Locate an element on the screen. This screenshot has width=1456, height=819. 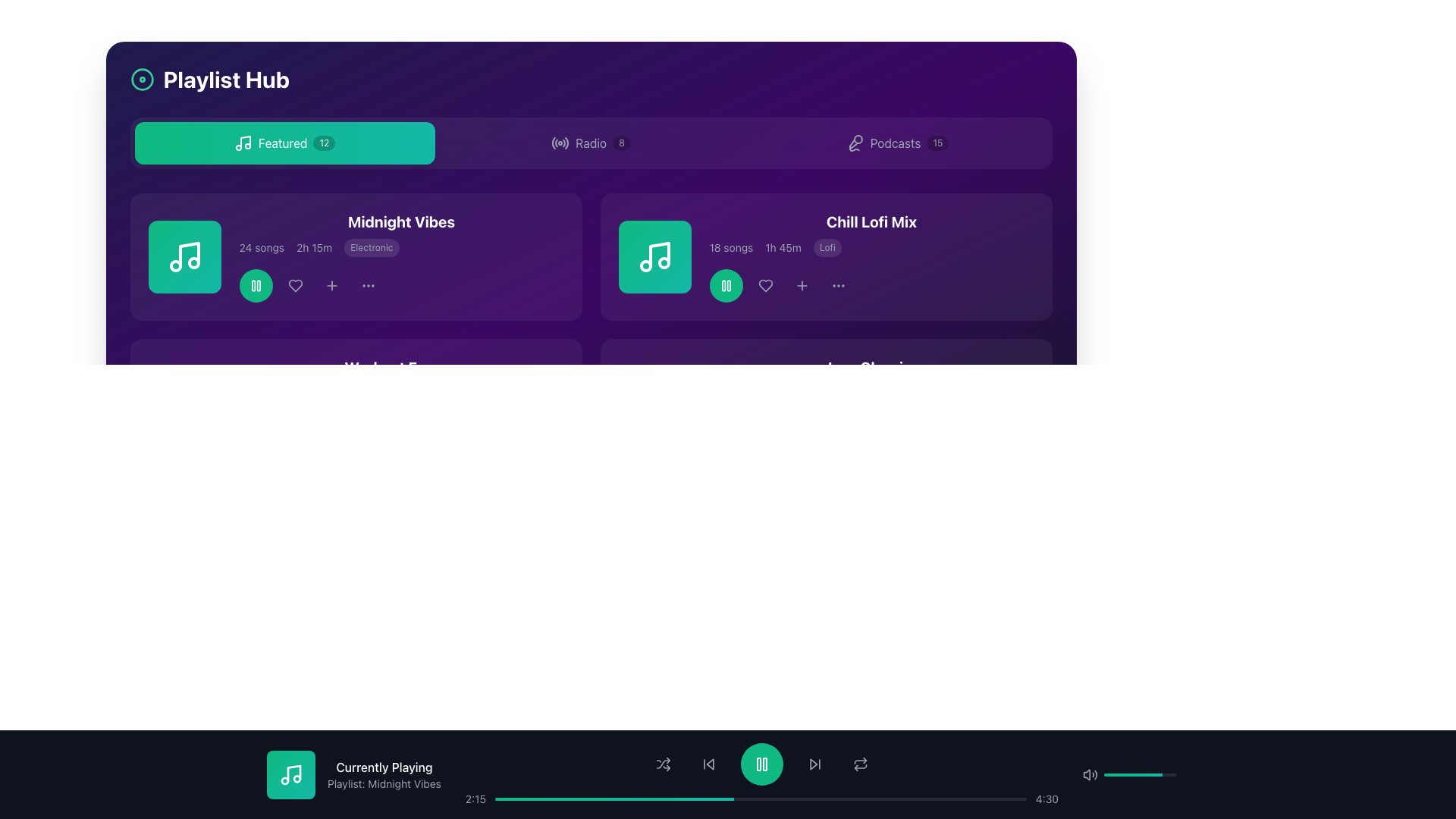
the teal and emerald gradient rounded square icon containing a white music note, which is located to the left of the 'Chill Lofi Mix' text is located at coordinates (654, 256).